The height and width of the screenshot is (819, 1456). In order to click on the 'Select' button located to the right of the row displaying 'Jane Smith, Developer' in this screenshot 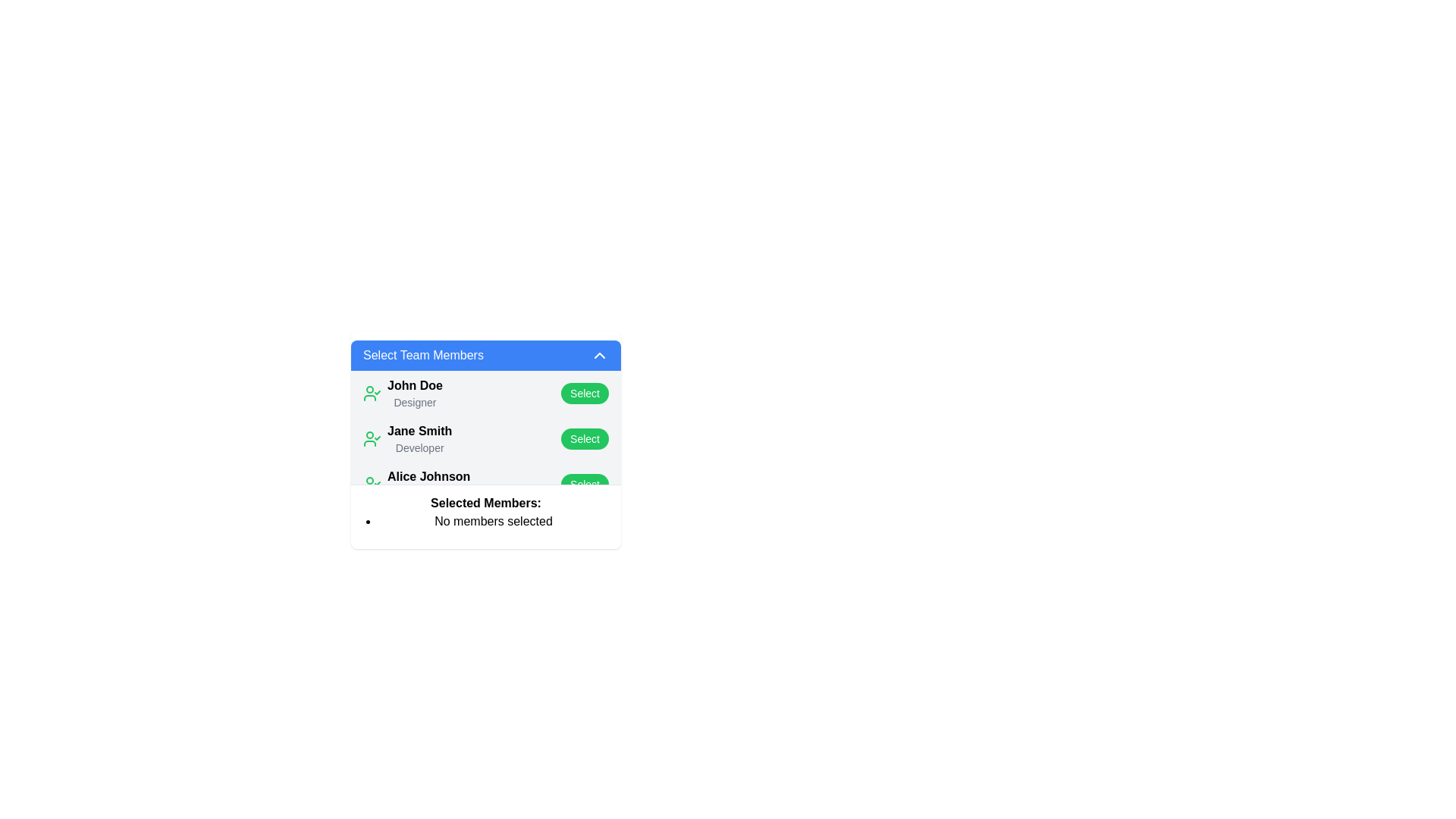, I will do `click(584, 438)`.